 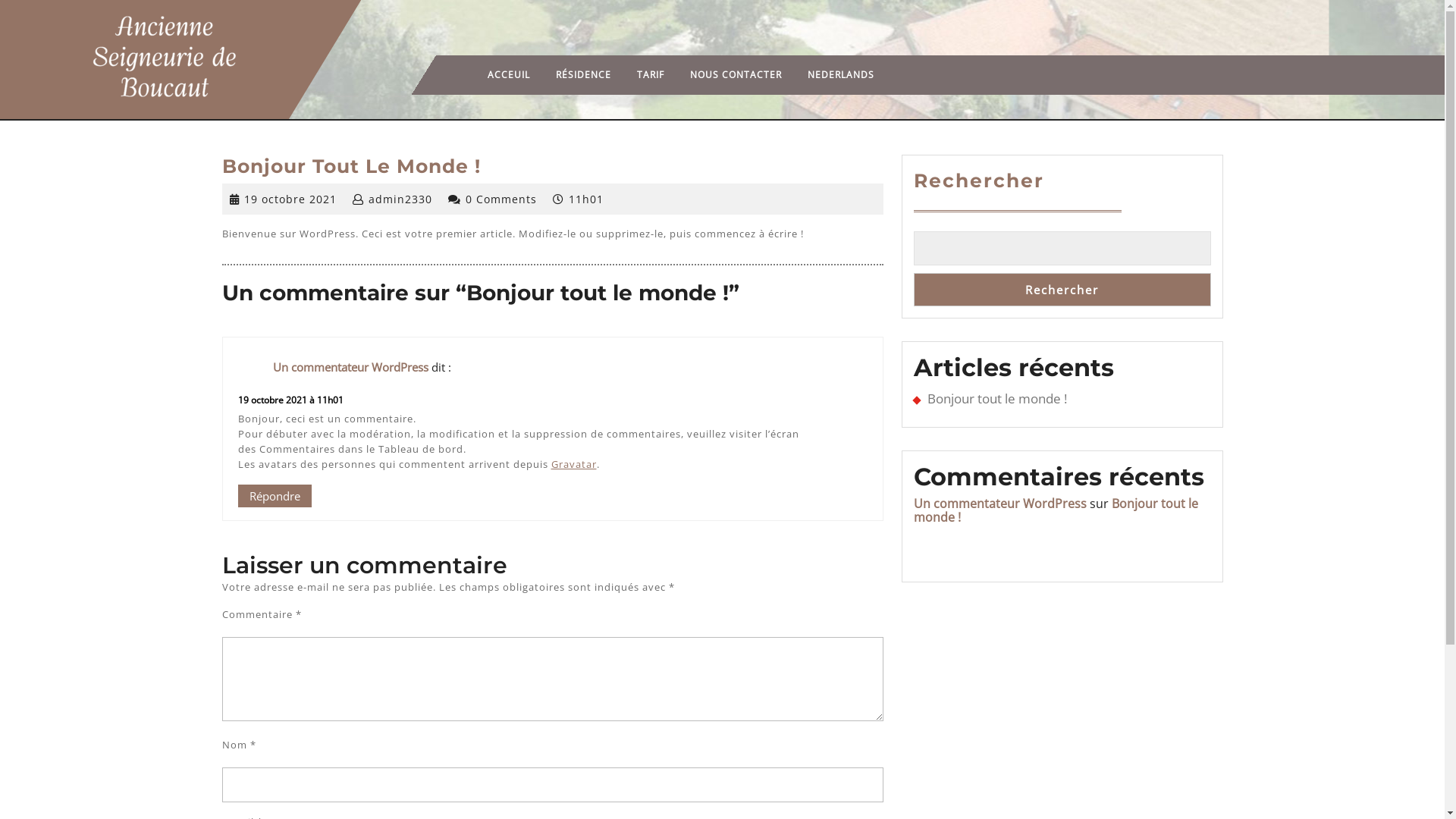 I want to click on 'NEDERLANDS', so click(x=839, y=75).